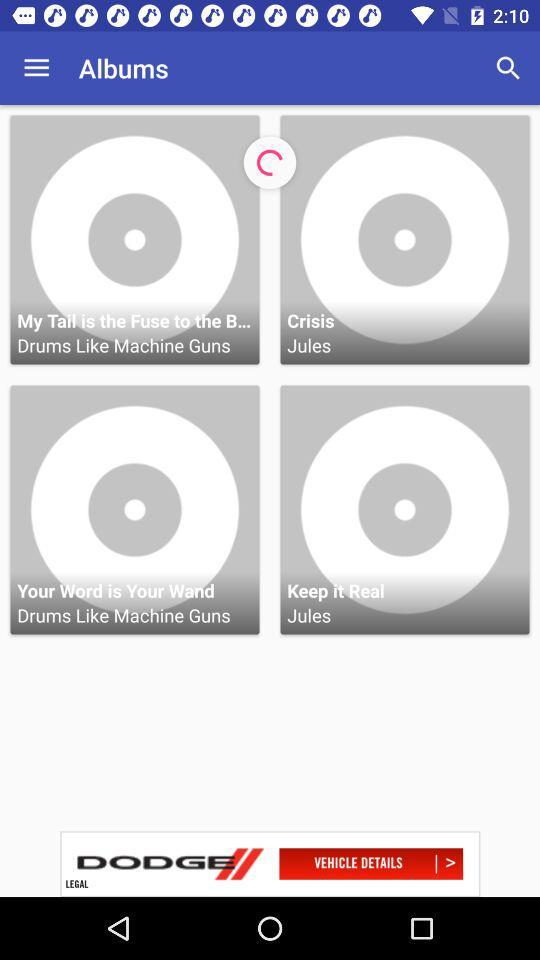  I want to click on loading icon on a page, so click(270, 162).